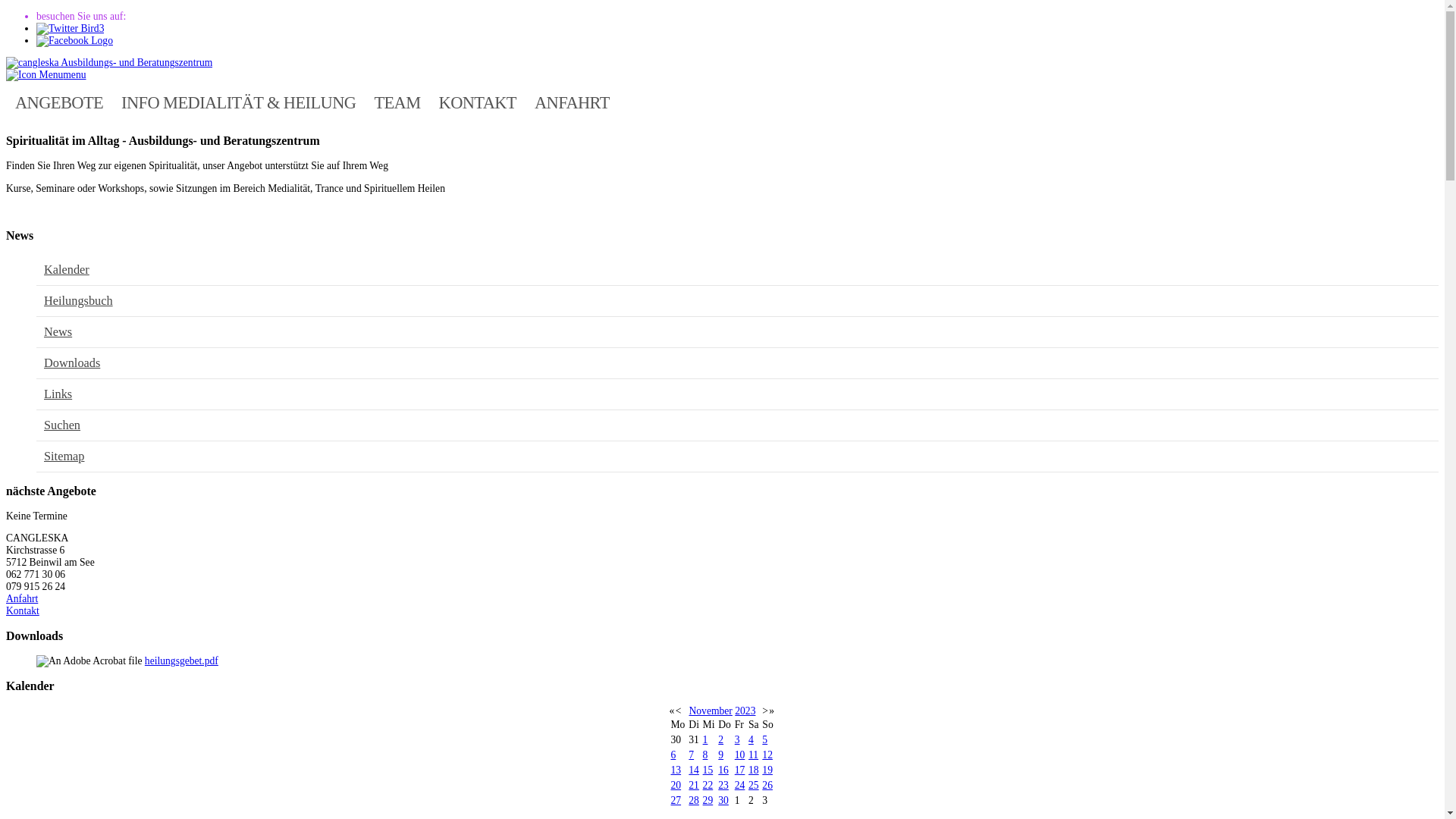 This screenshot has height=819, width=1456. I want to click on '18', so click(753, 770).